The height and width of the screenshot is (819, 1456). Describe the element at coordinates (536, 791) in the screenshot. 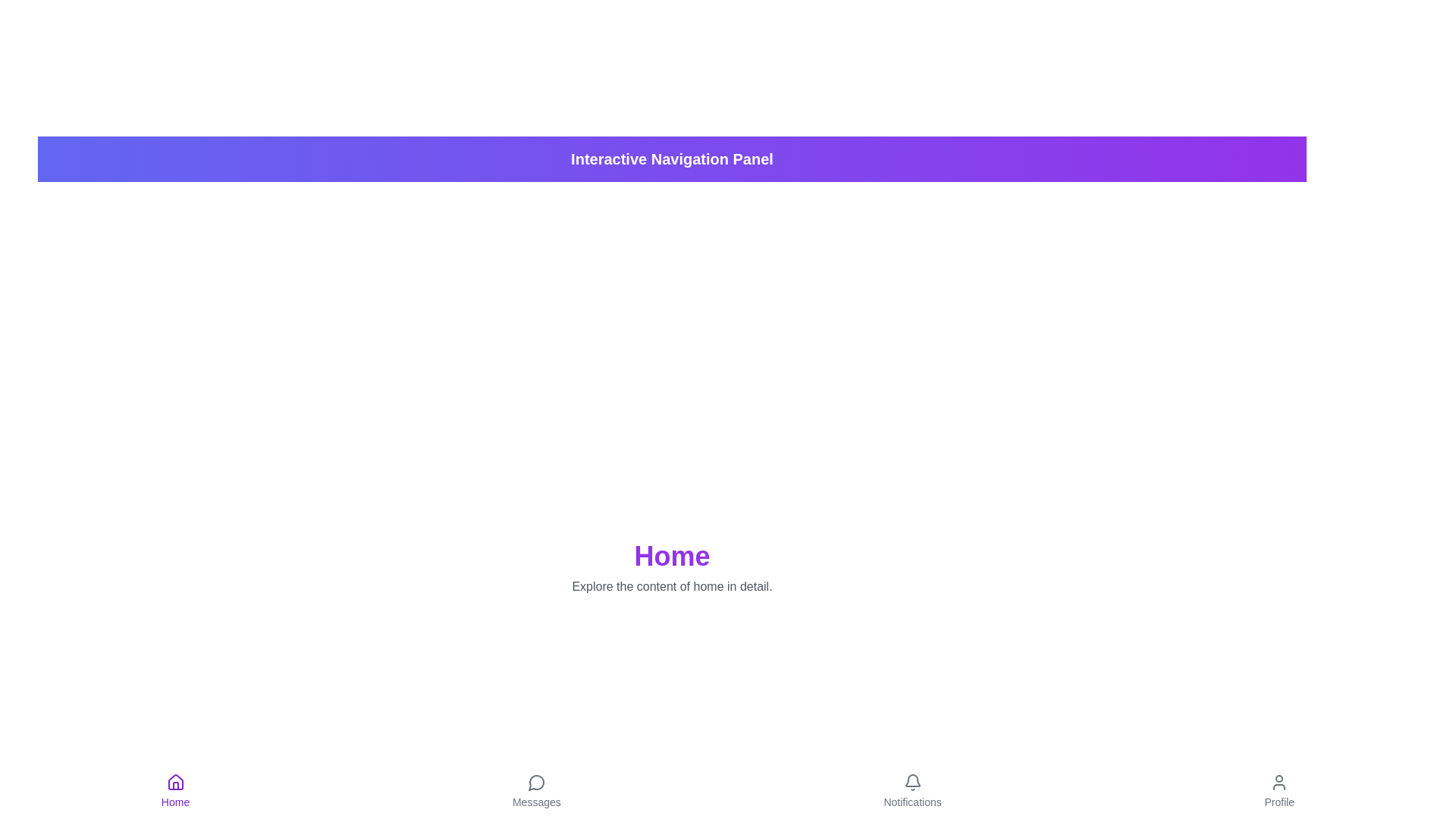

I see `the Messages navigation icon to trigger its visual feedback` at that location.